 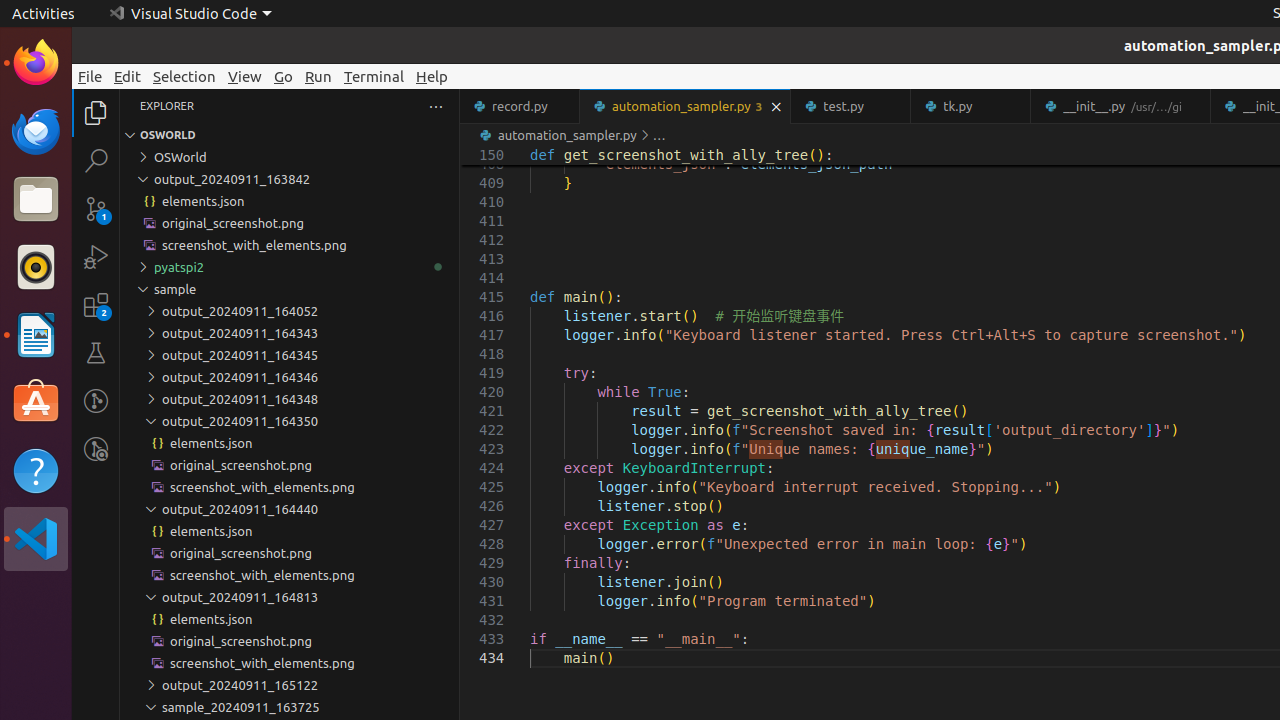 I want to click on 'output_20240911_163842', so click(x=288, y=177).